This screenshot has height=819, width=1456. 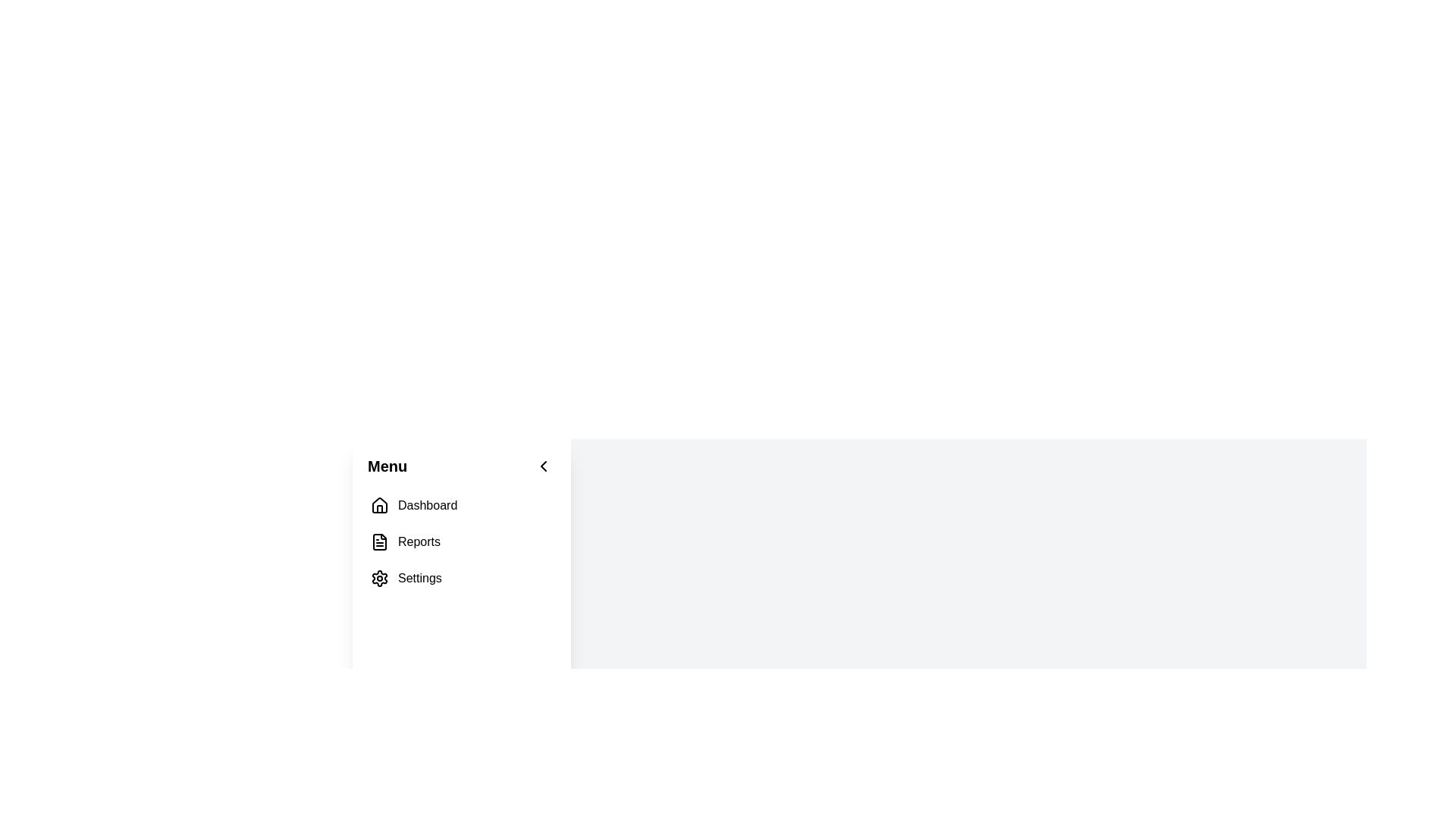 I want to click on the left arrow icon within the circular button located in the top-right corner of the menu panel, so click(x=543, y=465).